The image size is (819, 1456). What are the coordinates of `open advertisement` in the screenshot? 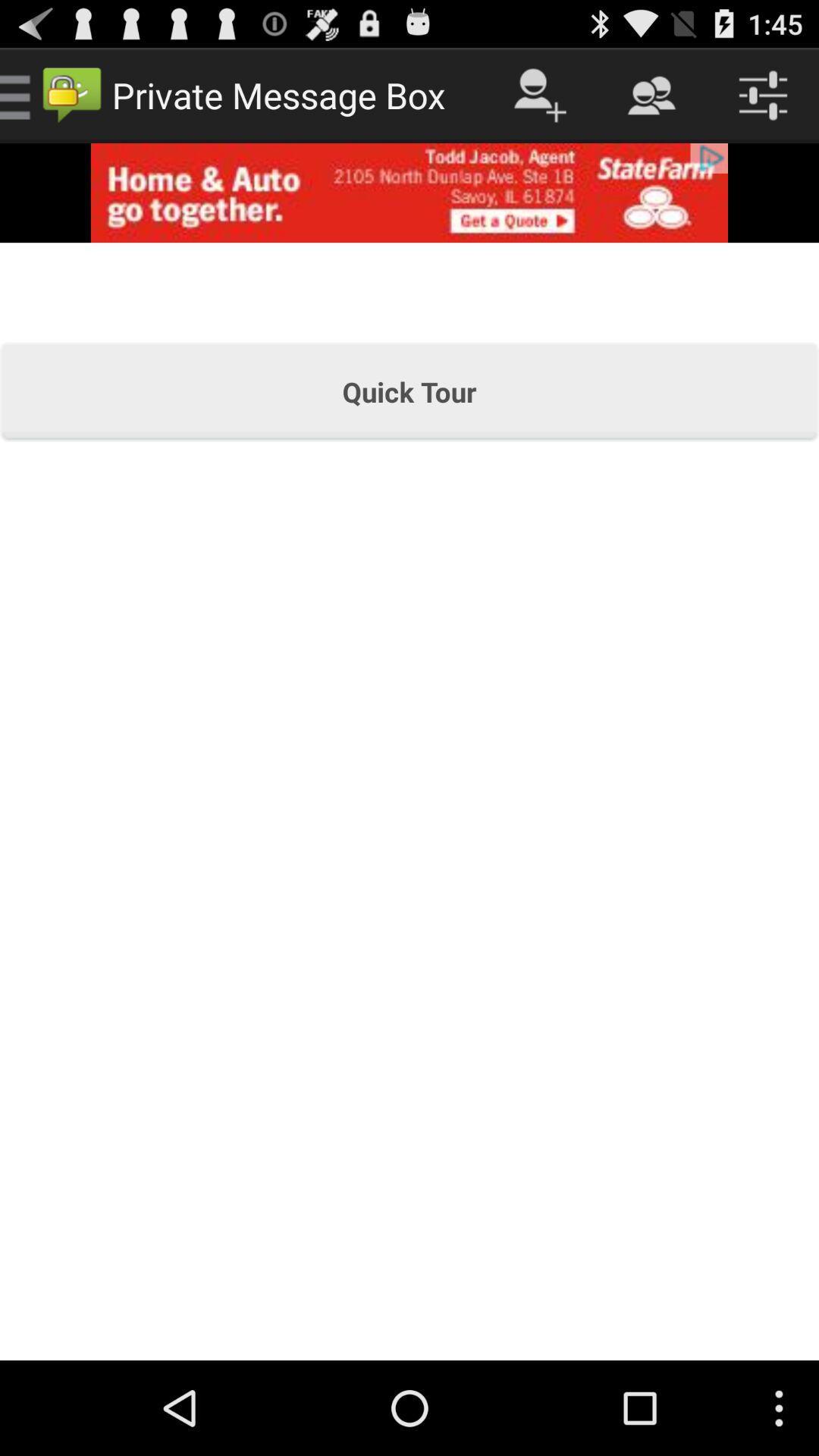 It's located at (409, 192).